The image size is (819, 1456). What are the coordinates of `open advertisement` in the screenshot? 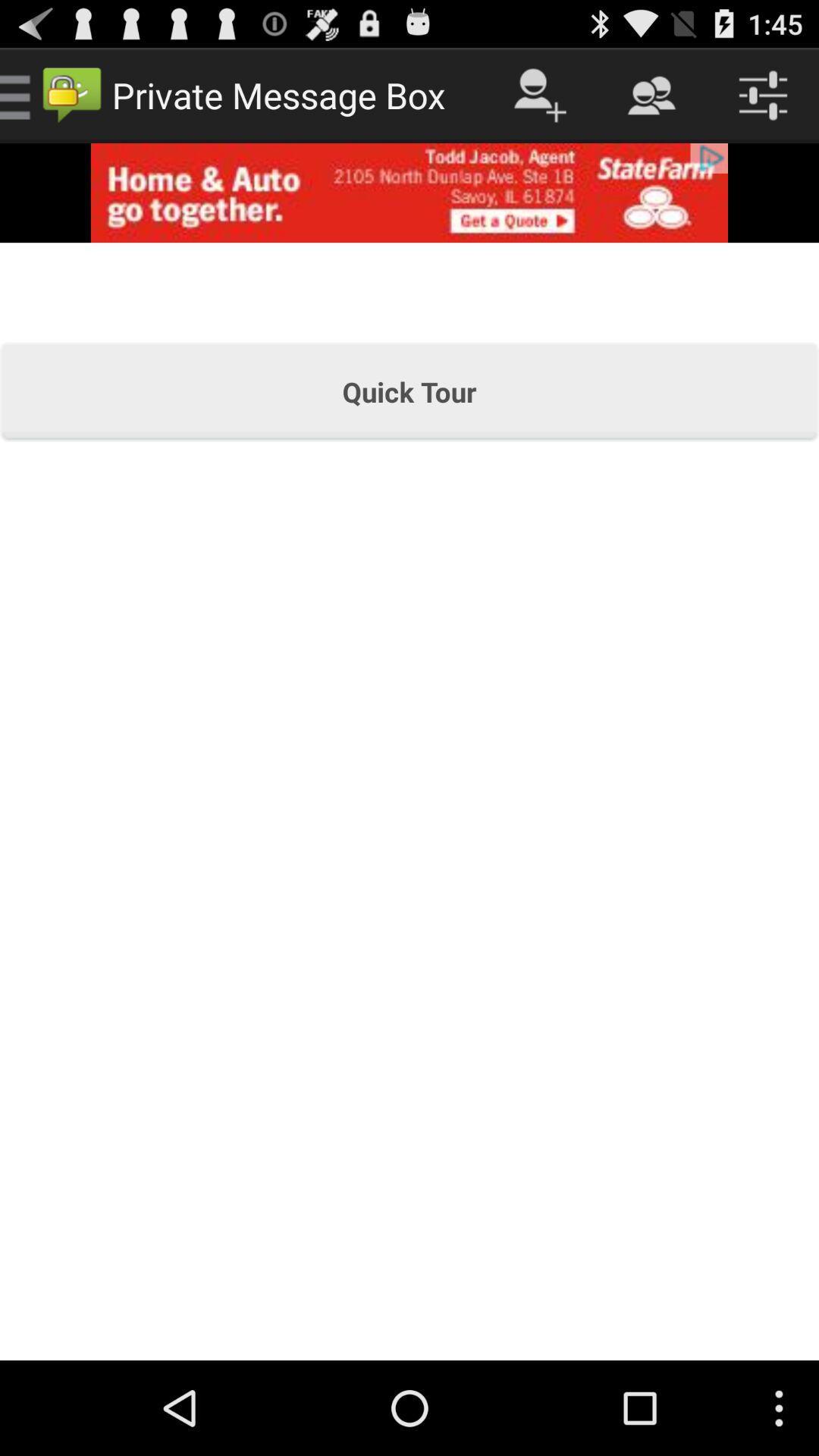 It's located at (409, 192).